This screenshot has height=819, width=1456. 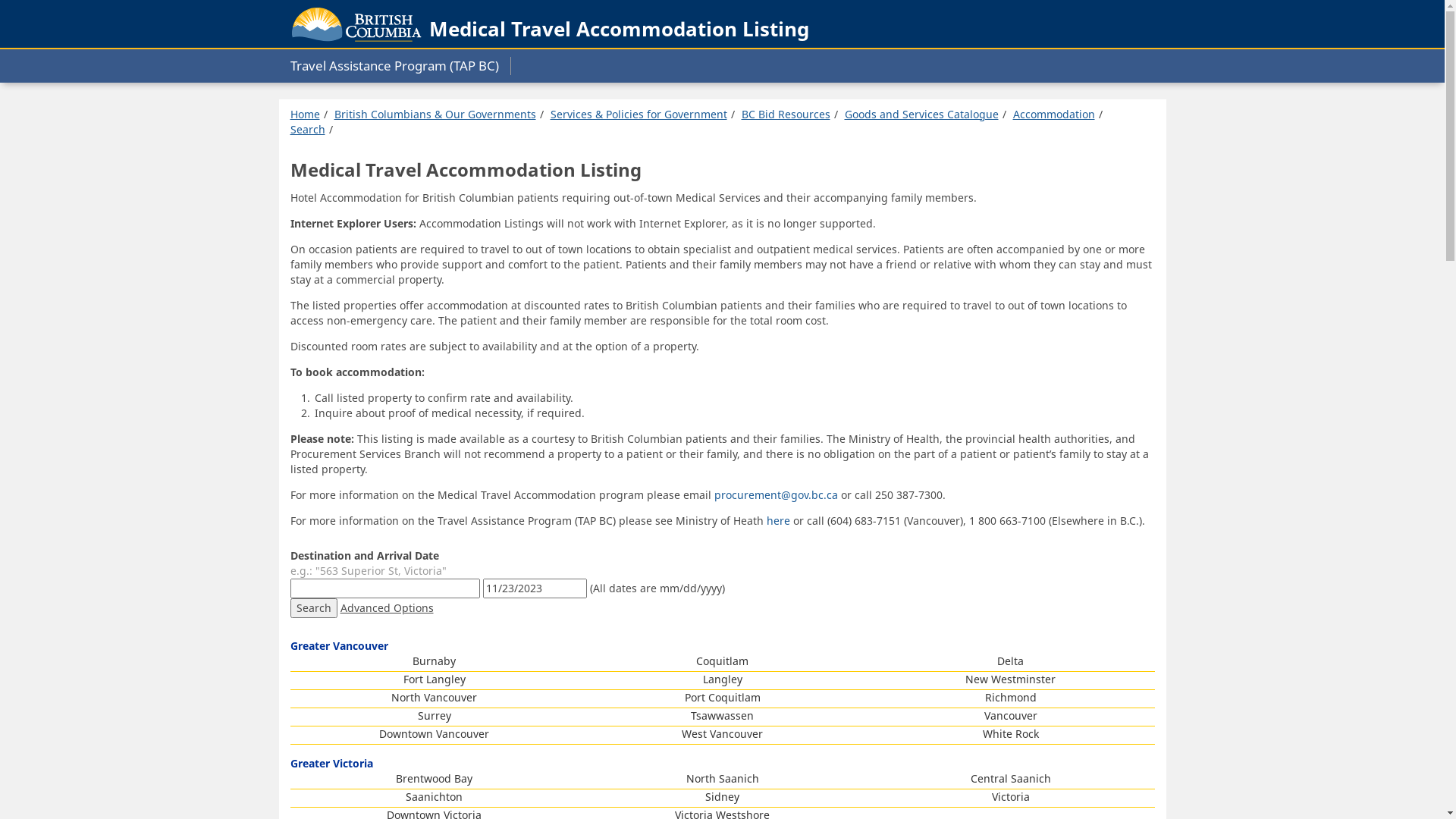 I want to click on 'Saanichton', so click(x=405, y=795).